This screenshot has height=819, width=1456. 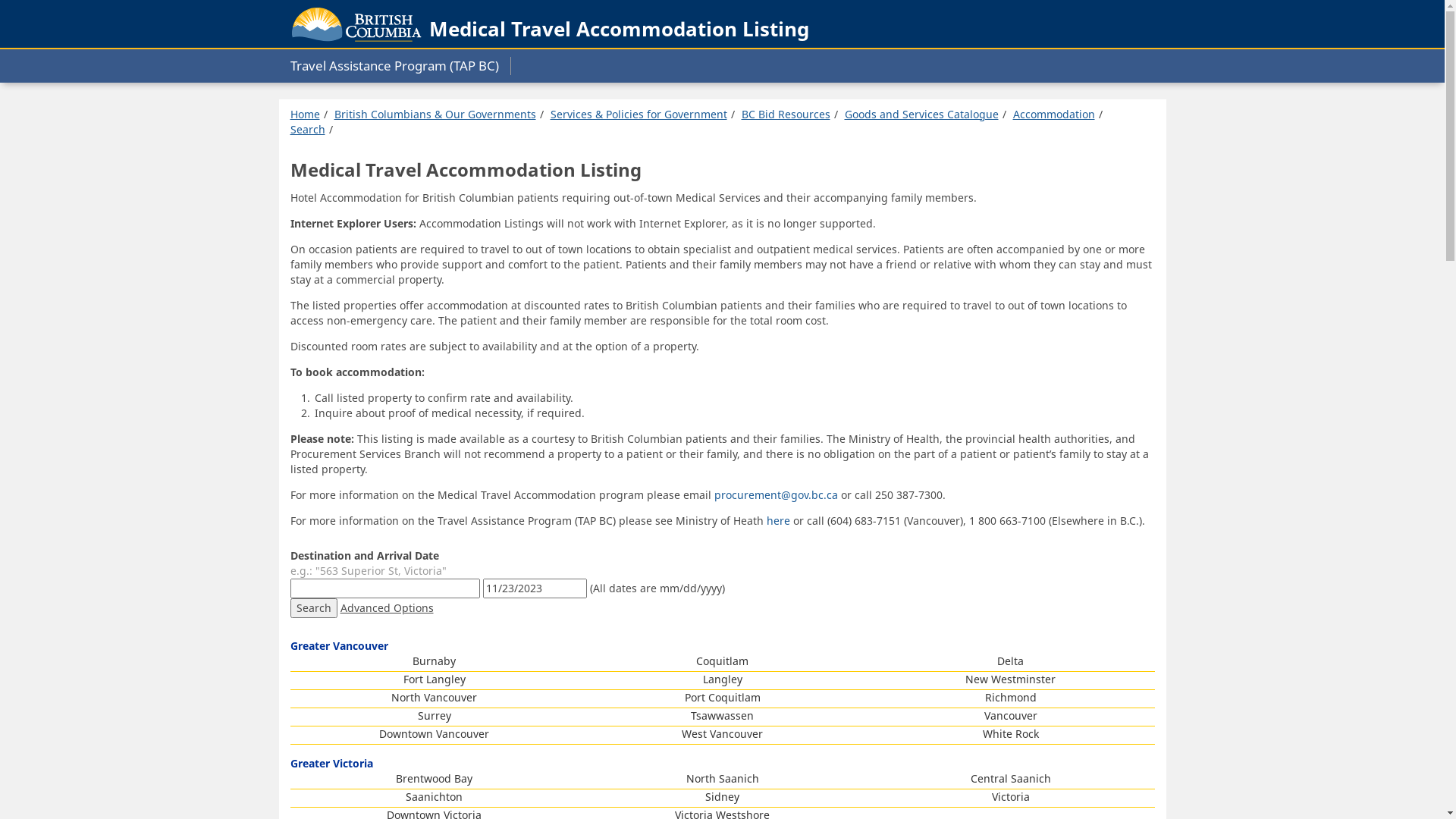 I want to click on 'Saanichton', so click(x=405, y=795).